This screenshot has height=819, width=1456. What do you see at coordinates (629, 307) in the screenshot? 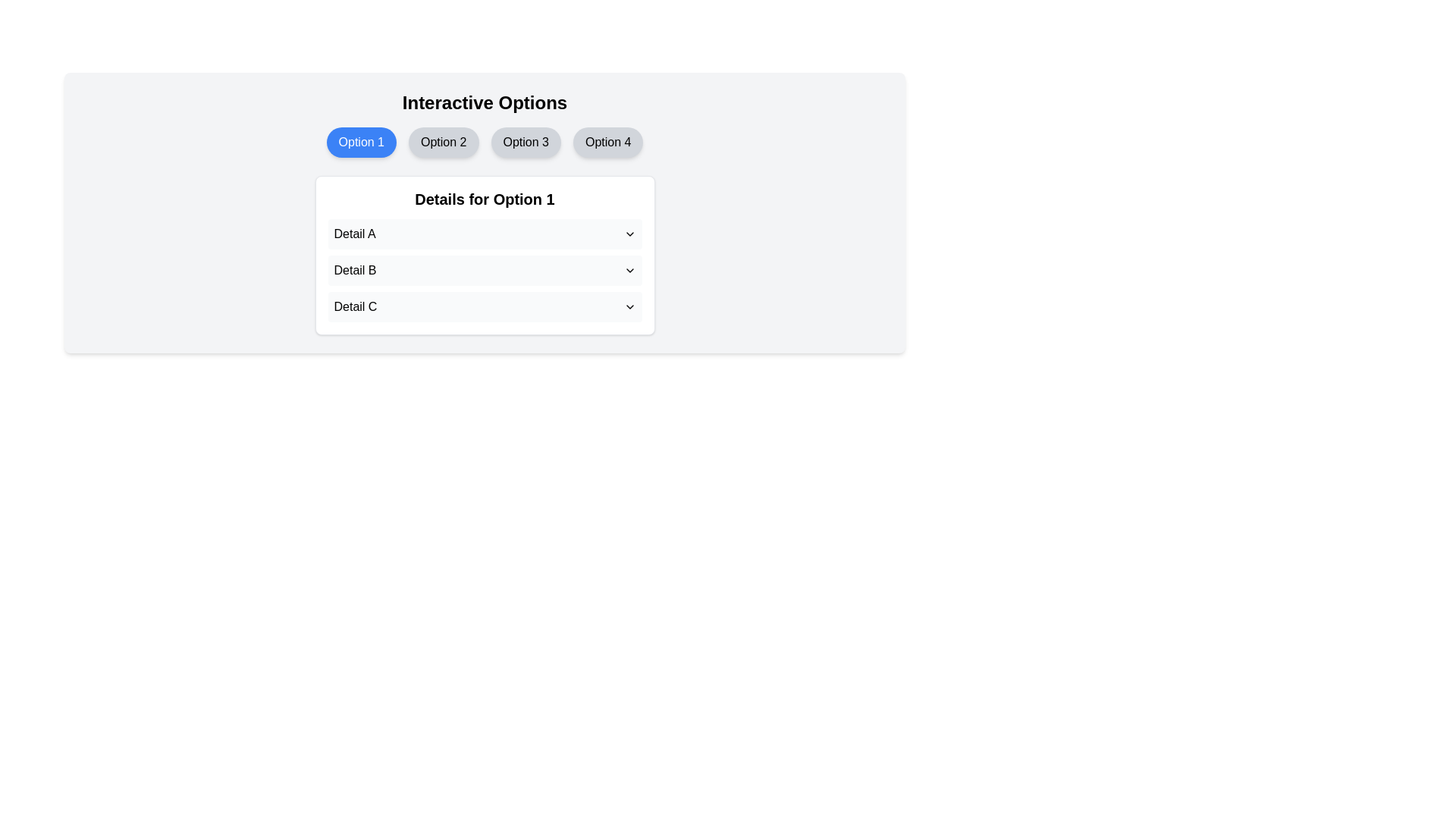
I see `the Dropdown Expansion Icon located at the right end of the 'Detail C' dropdown row` at bounding box center [629, 307].